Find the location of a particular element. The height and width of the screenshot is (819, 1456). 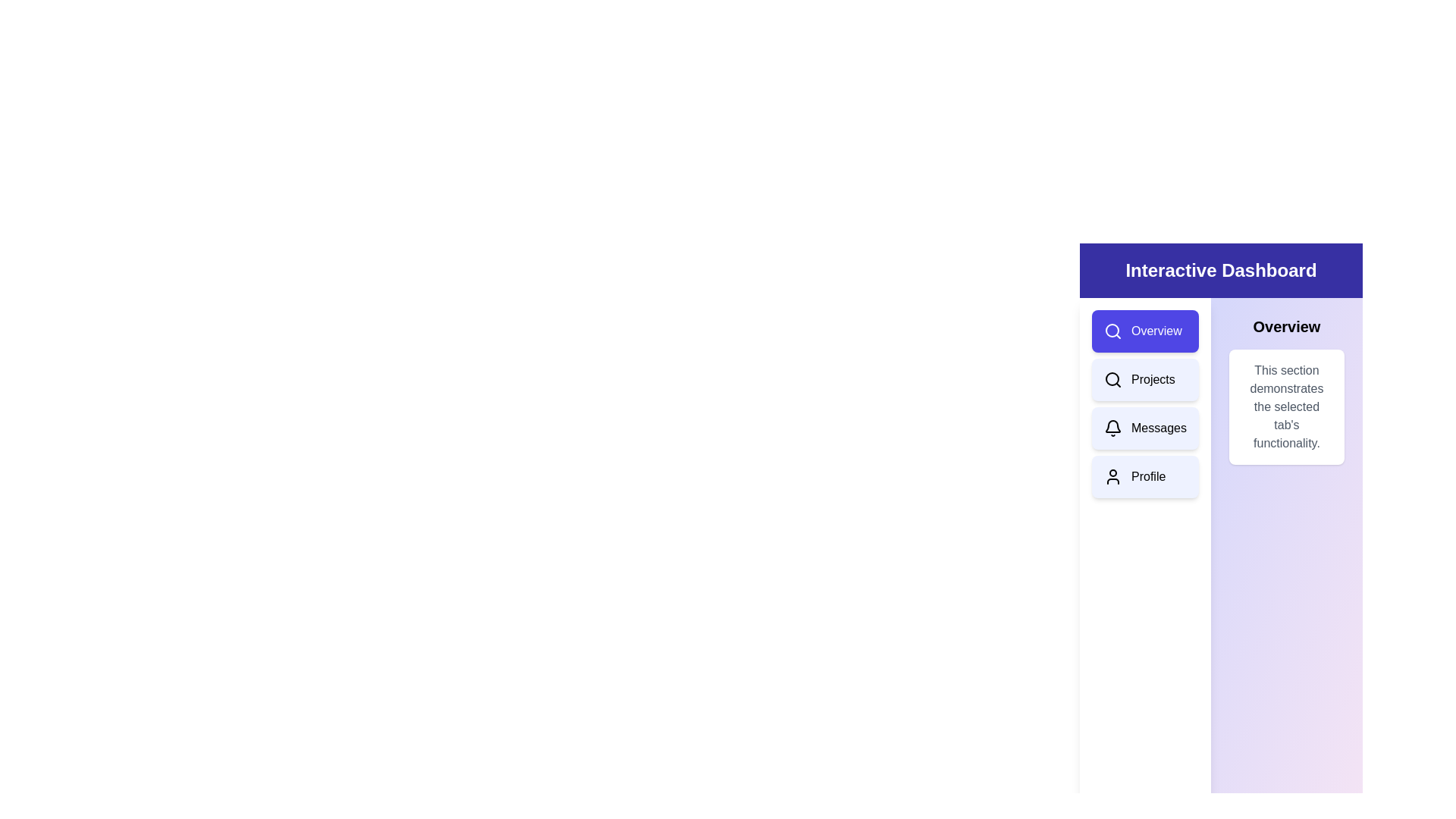

the text label displaying 'Messages' in black font, which is located in the vertical navigation menu between the 'Projects' and 'Profile' buttons is located at coordinates (1158, 428).